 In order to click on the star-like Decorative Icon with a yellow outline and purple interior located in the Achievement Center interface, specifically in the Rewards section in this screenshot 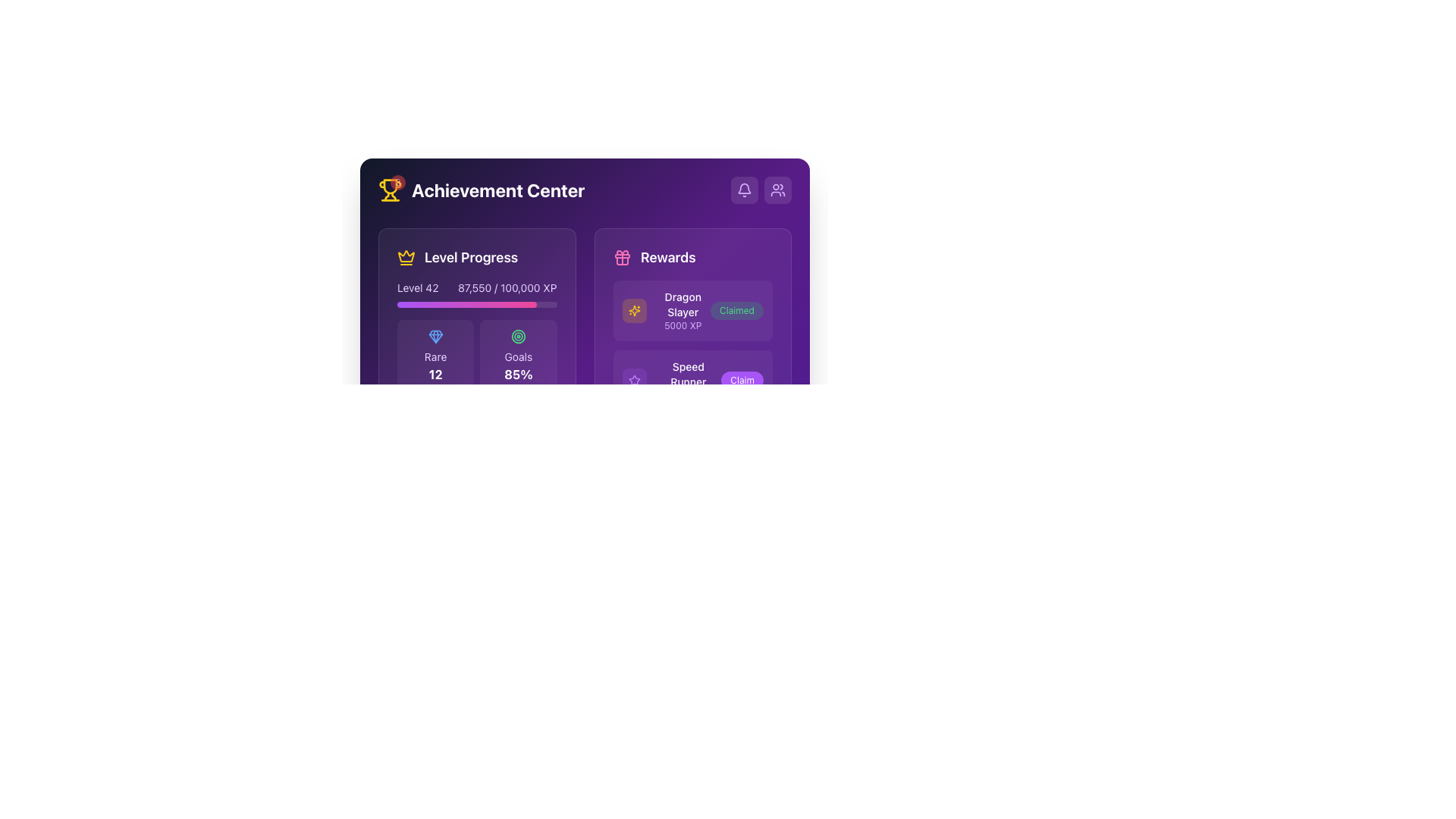, I will do `click(634, 309)`.